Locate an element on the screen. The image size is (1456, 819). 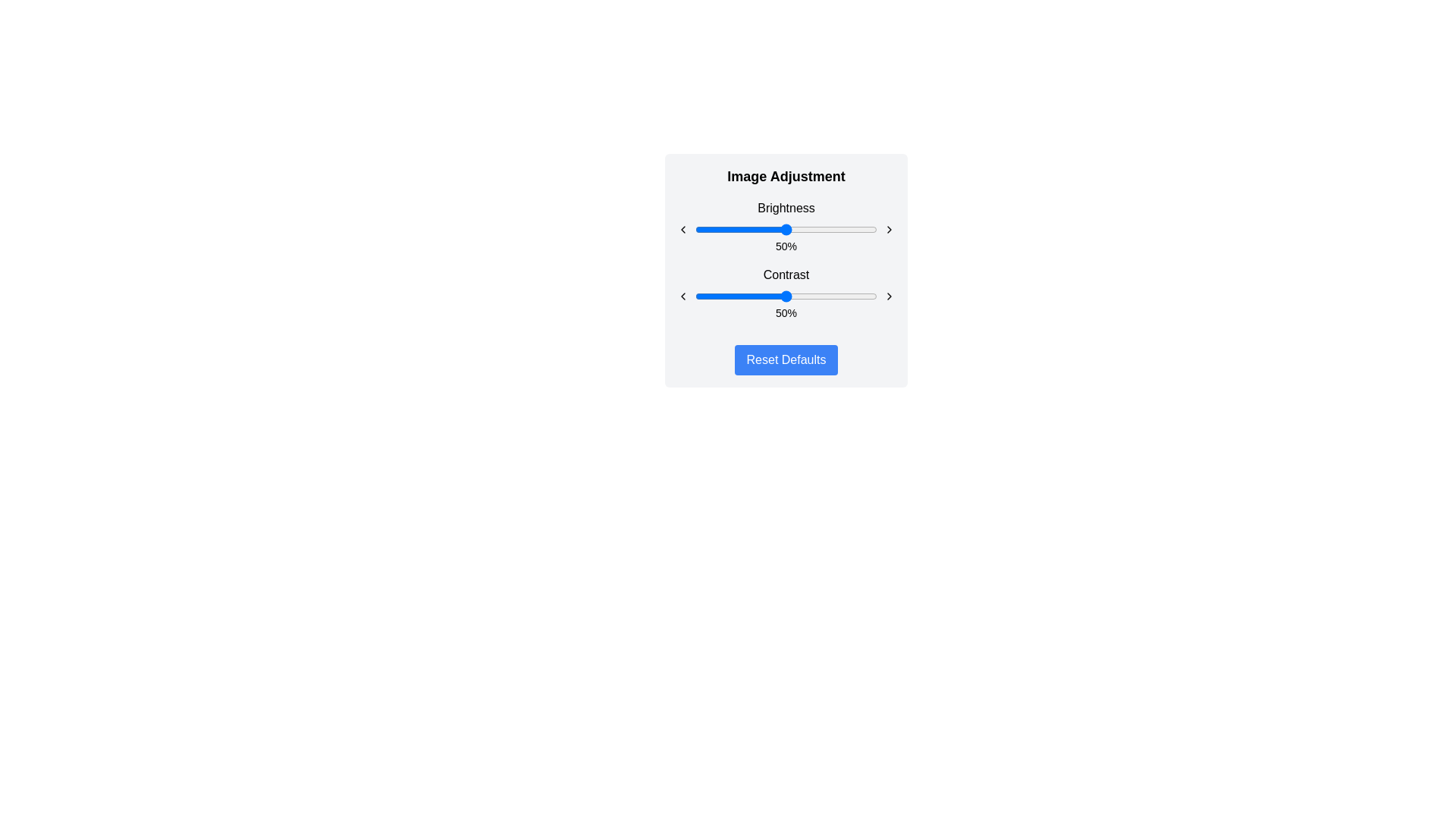
the text label displaying '50%' which indicates the current brightness level below the brightness slider is located at coordinates (786, 245).